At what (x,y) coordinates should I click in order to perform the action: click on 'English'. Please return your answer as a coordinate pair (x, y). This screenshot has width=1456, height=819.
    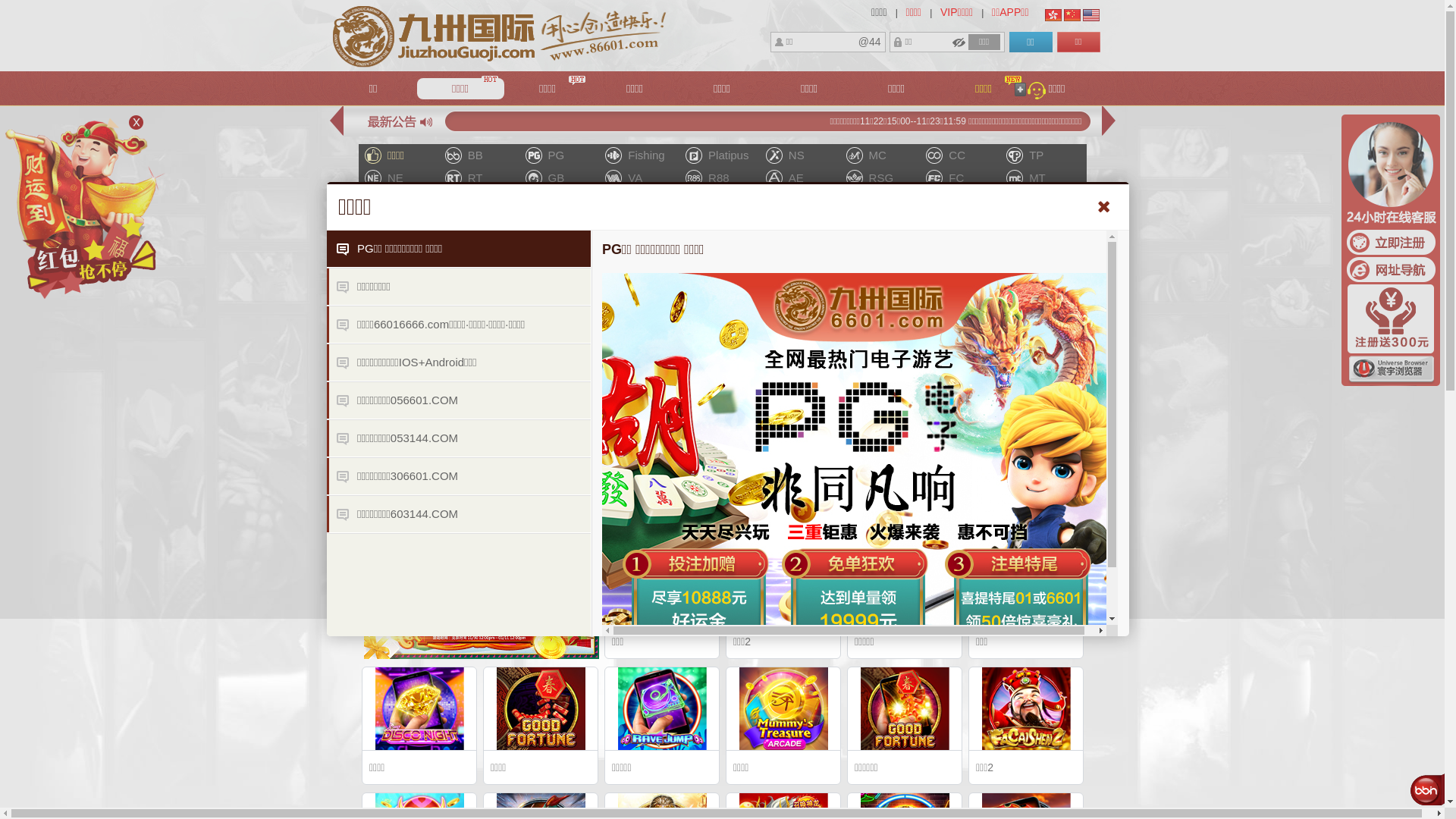
    Looking at the image, I should click on (1082, 14).